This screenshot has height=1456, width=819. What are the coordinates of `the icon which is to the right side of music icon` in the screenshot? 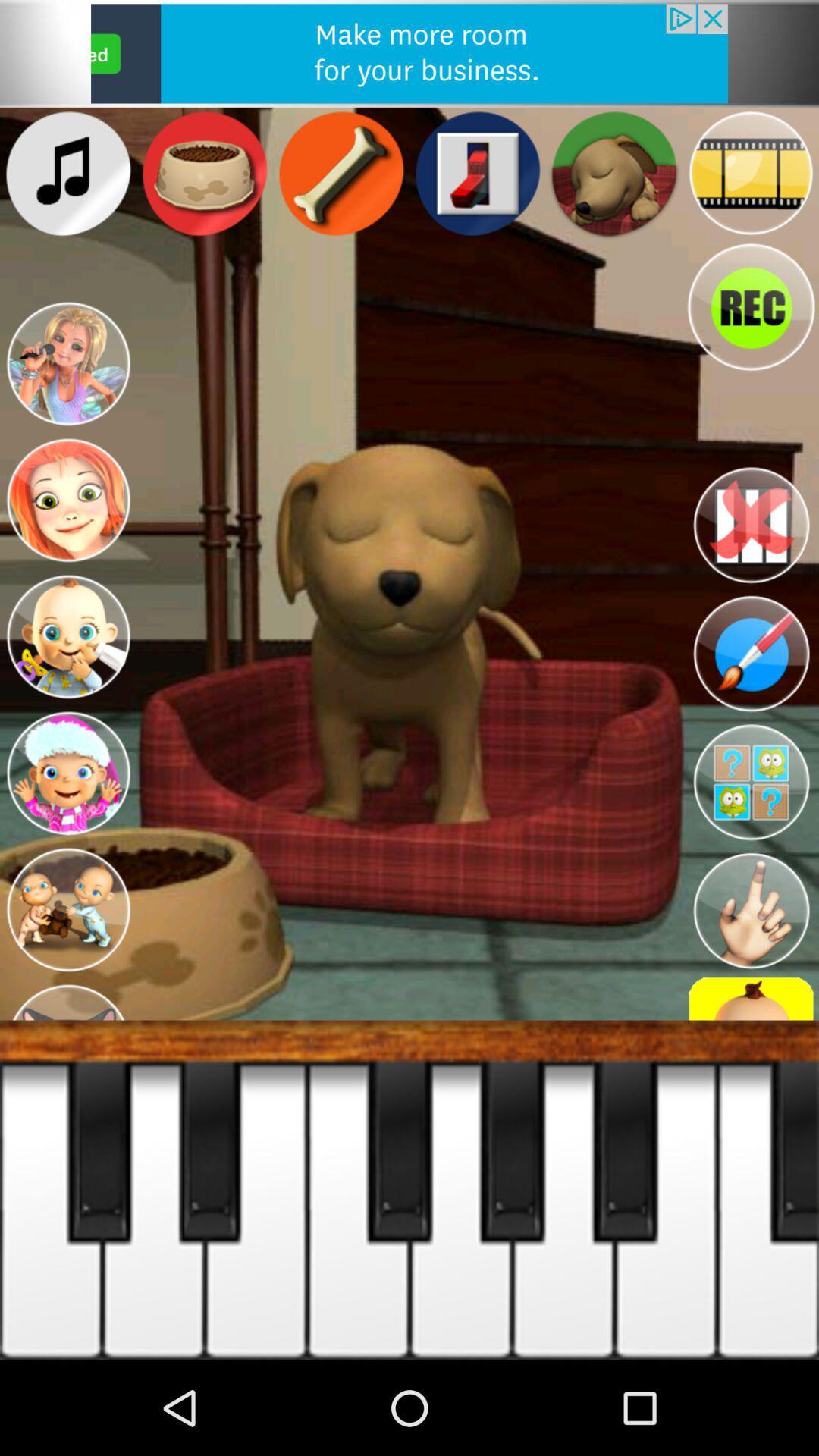 It's located at (205, 174).